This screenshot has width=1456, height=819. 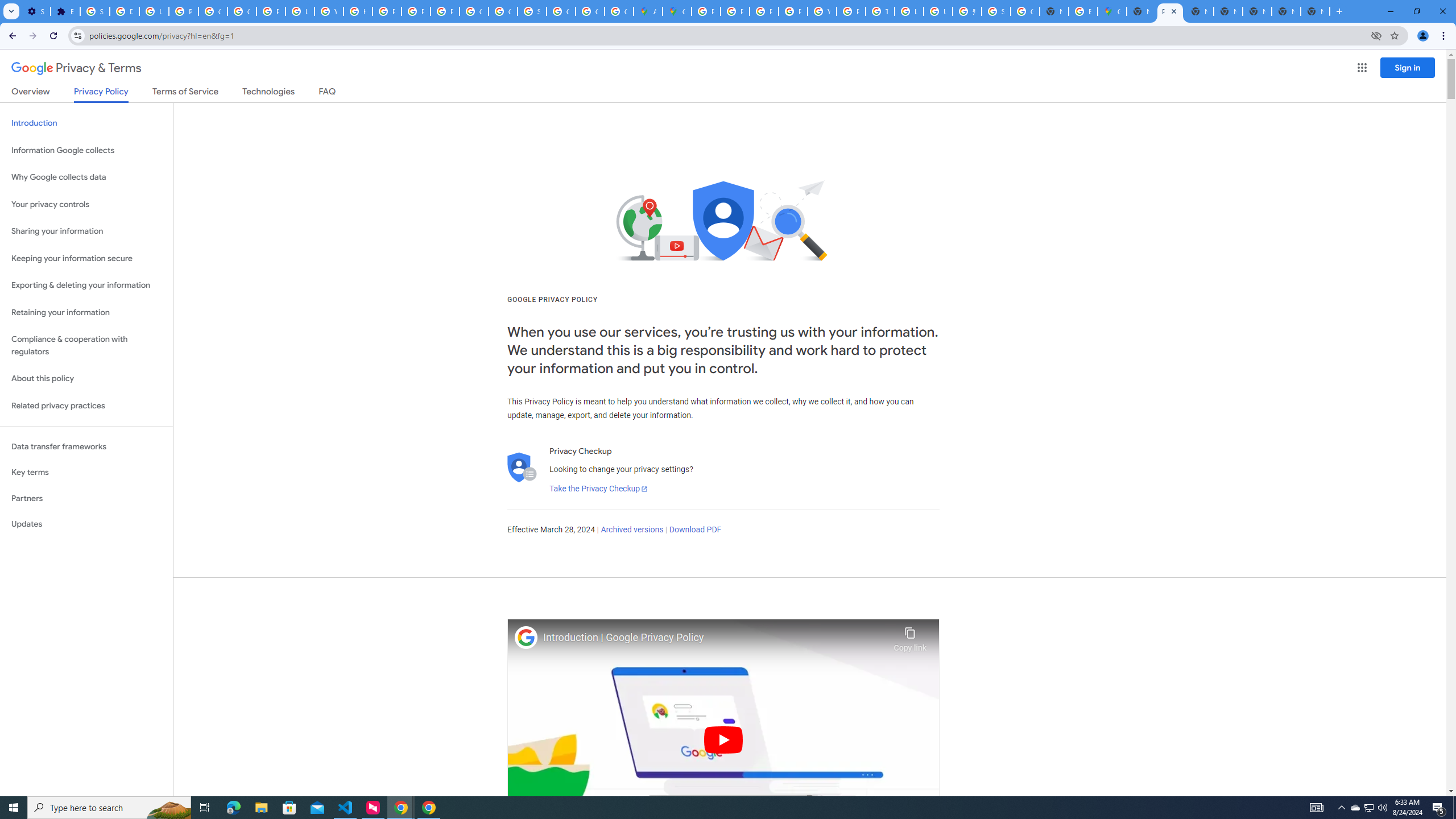 I want to click on 'Keeping your information secure', so click(x=86, y=259).